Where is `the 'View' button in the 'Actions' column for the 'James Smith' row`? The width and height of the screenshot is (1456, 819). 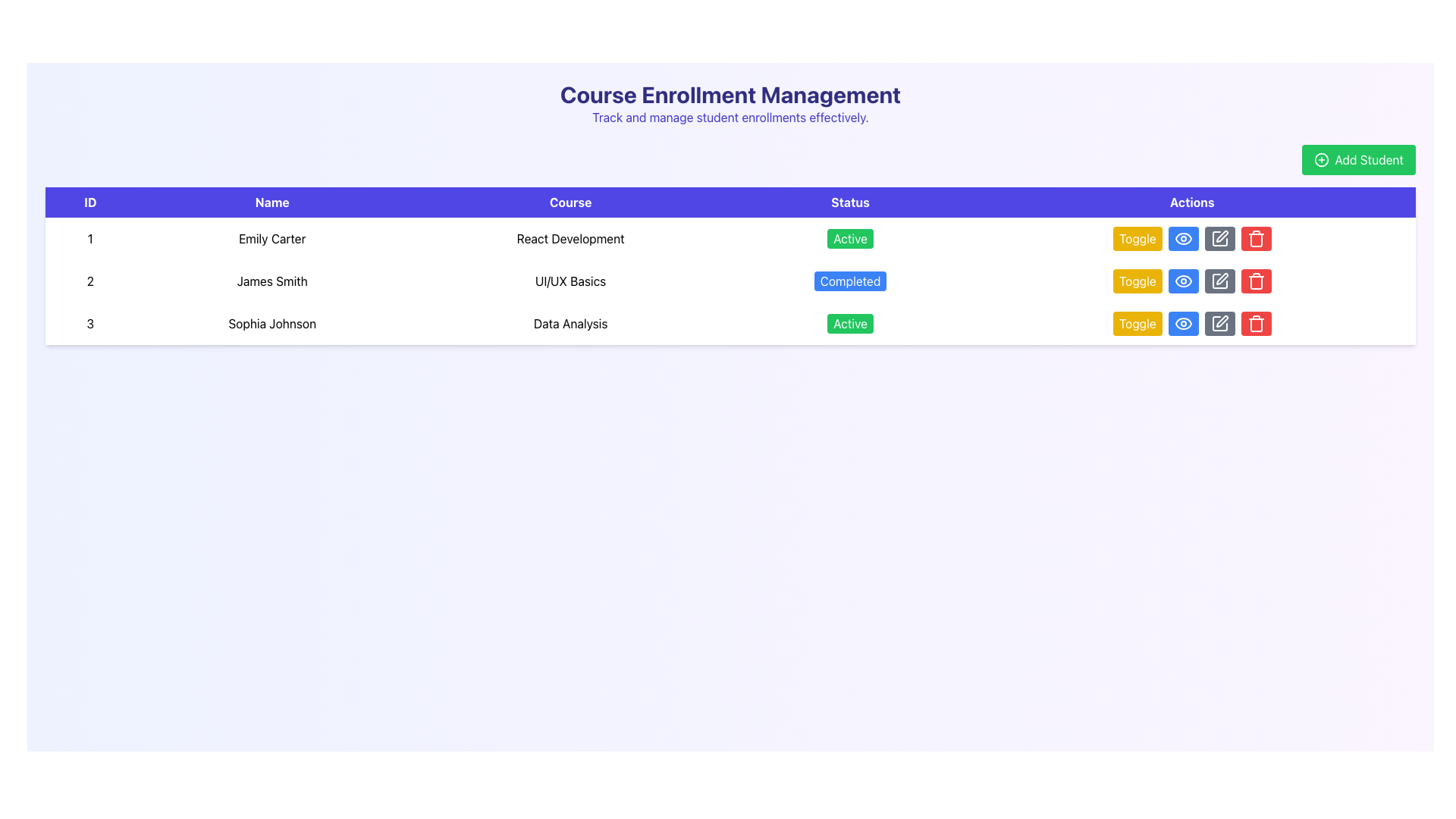
the 'View' button in the 'Actions' column for the 'James Smith' row is located at coordinates (1182, 239).